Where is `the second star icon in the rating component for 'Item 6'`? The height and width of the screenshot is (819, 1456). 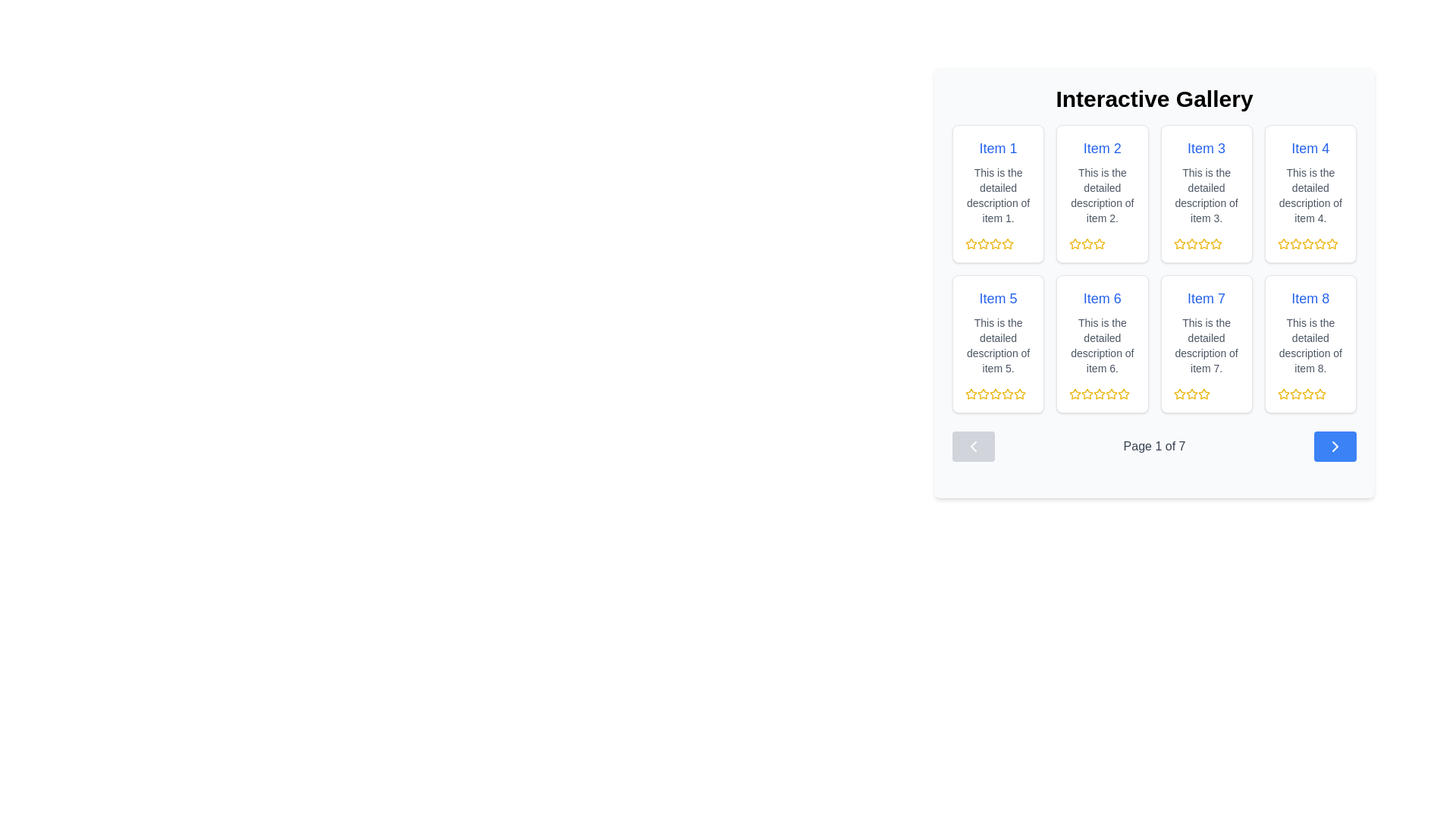 the second star icon in the rating component for 'Item 6' is located at coordinates (1100, 393).